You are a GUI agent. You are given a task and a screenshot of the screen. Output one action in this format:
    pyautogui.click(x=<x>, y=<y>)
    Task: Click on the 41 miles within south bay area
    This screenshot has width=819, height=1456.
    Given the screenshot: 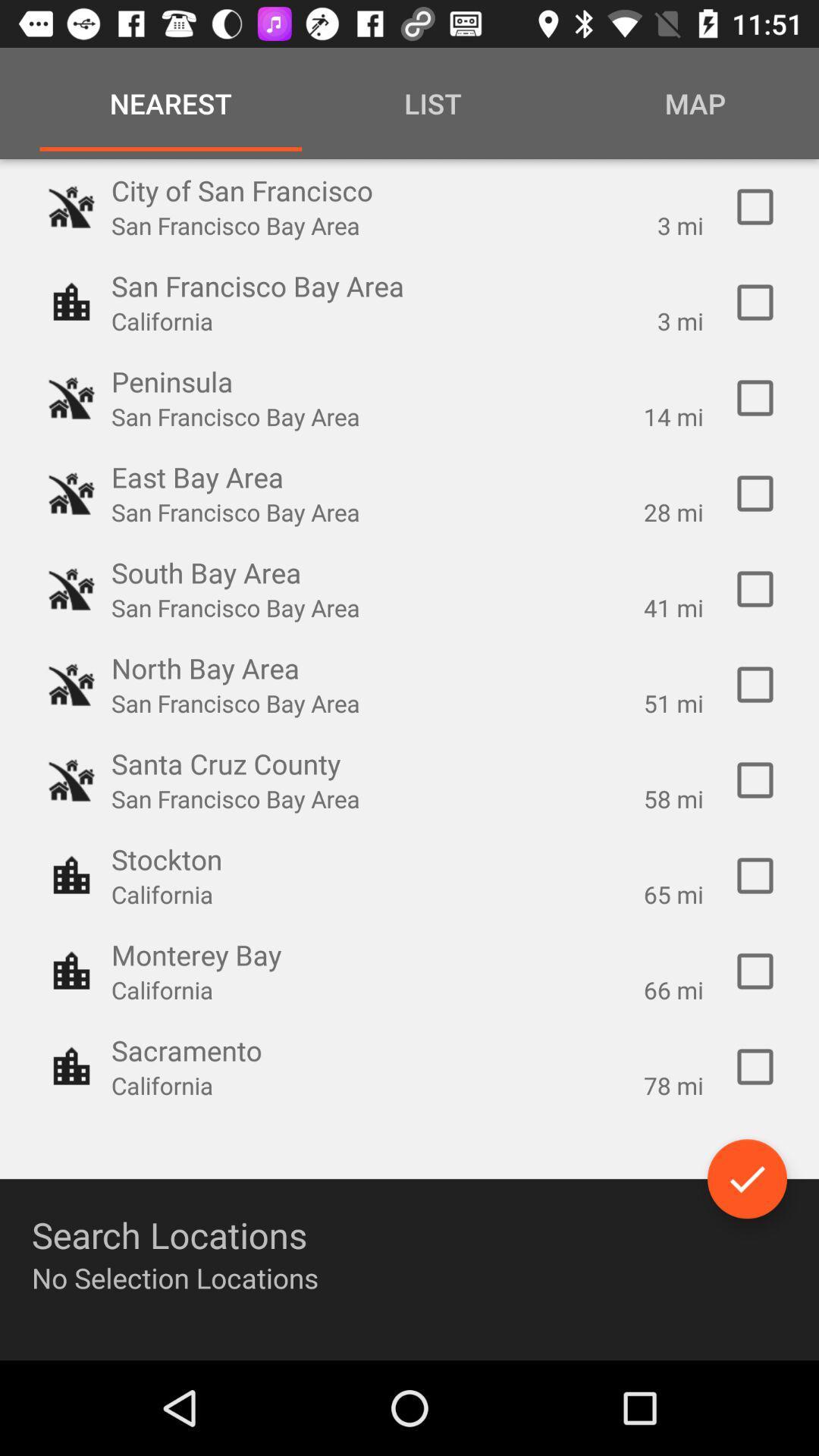 What is the action you would take?
    pyautogui.click(x=755, y=588)
    